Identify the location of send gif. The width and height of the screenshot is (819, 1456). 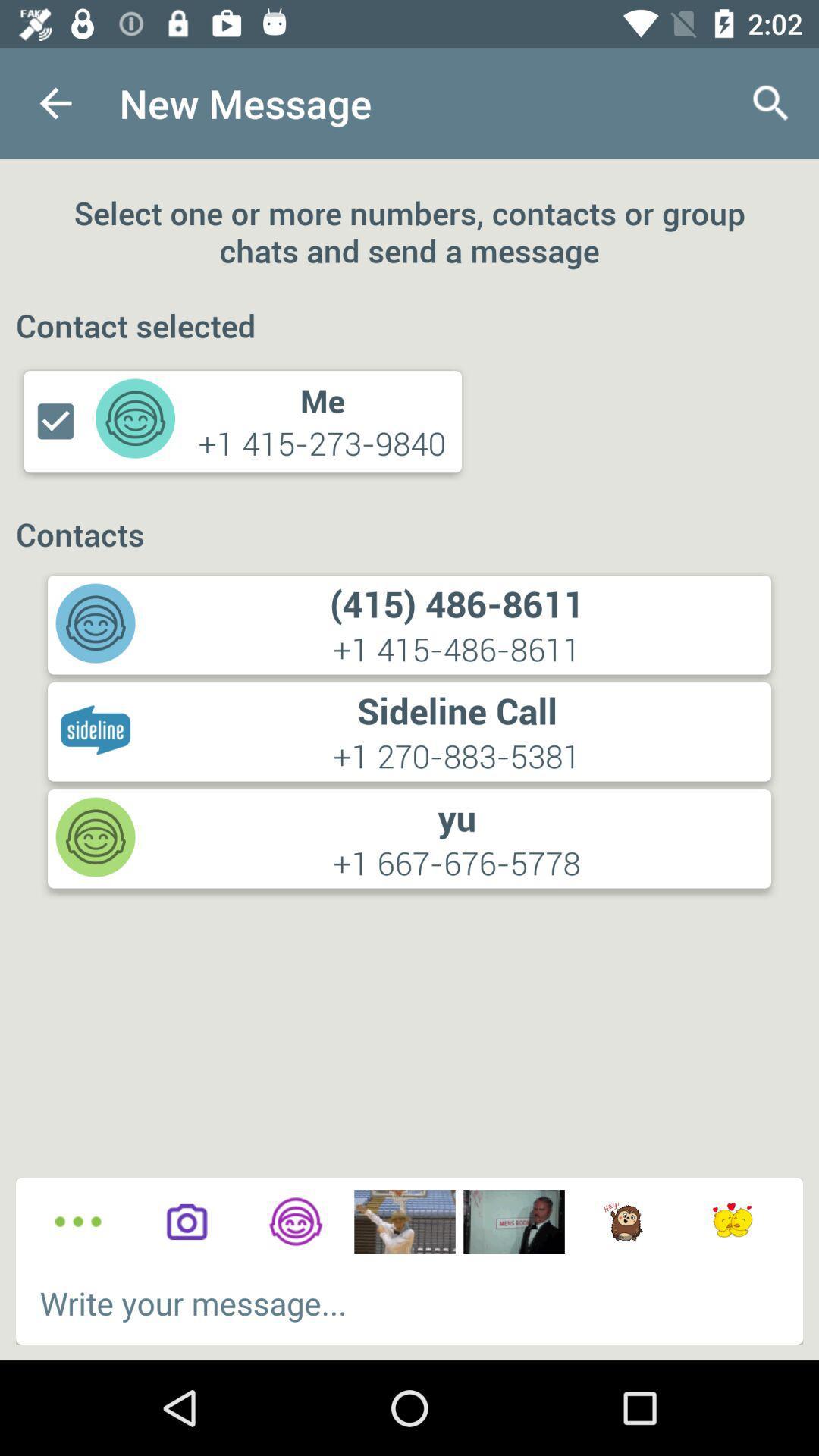
(623, 1222).